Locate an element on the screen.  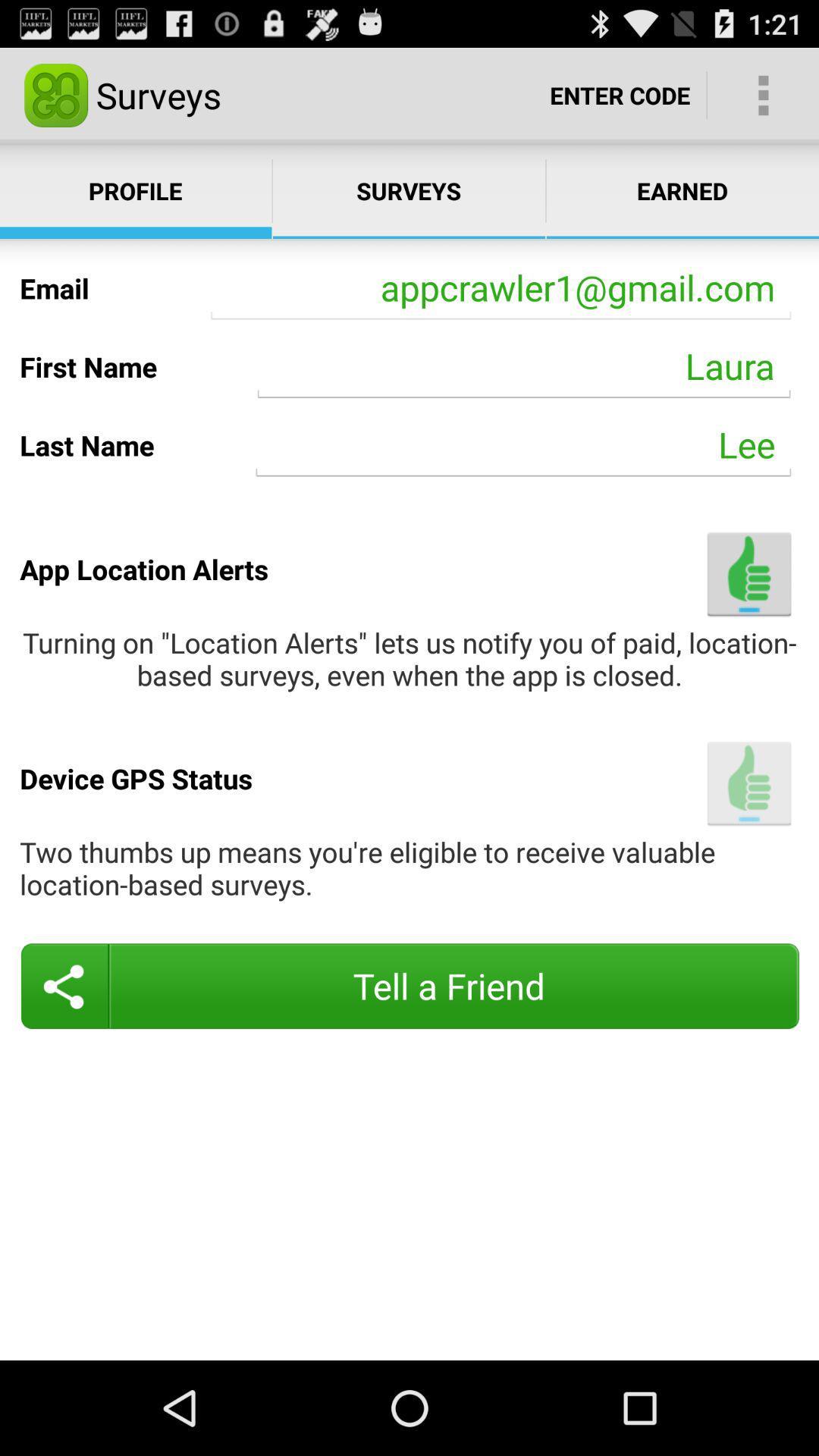
the icon below the lee item is located at coordinates (748, 573).